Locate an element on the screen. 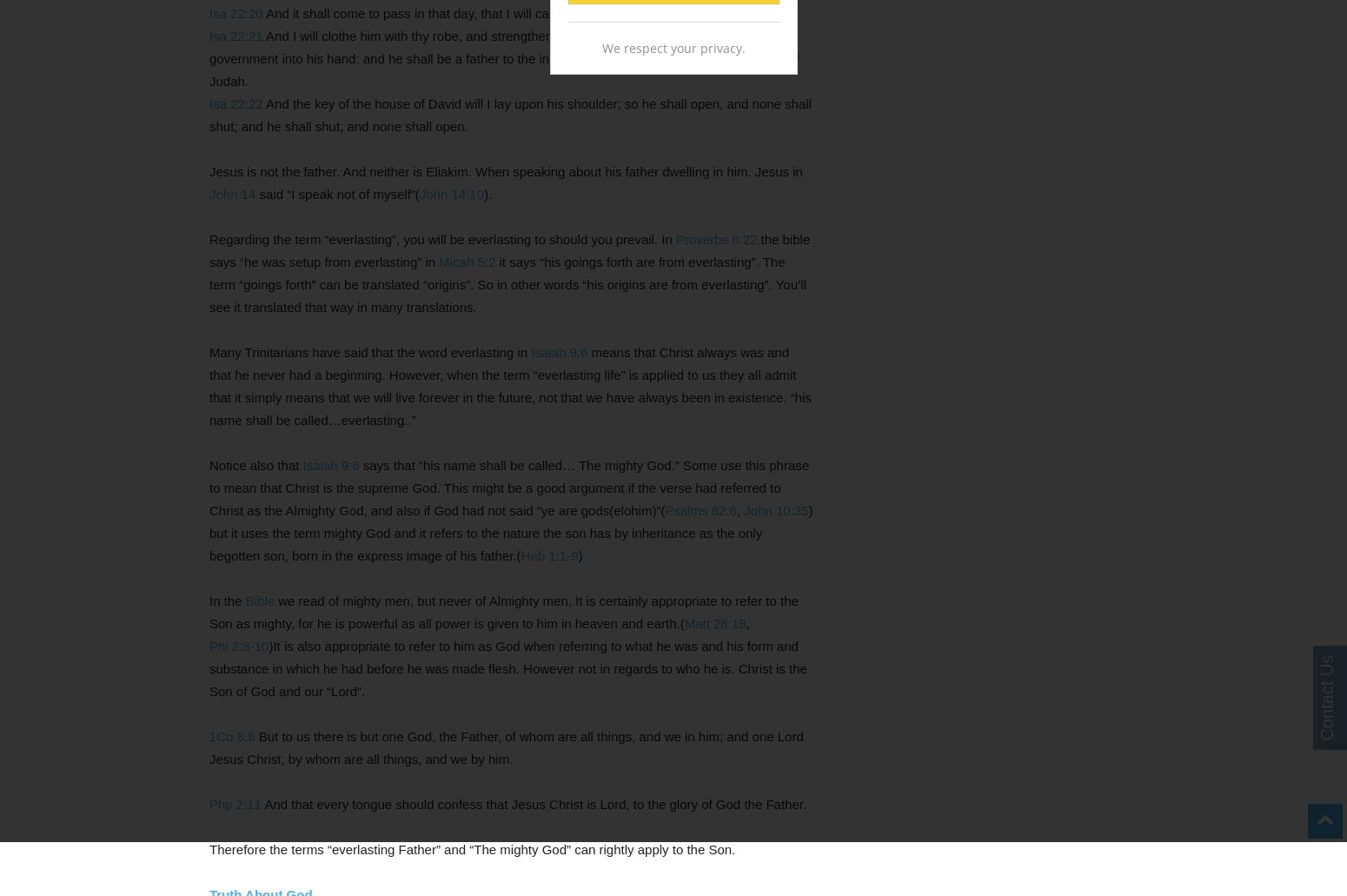 This screenshot has height=896, width=1347. 'Matt 28:18' is located at coordinates (713, 623).